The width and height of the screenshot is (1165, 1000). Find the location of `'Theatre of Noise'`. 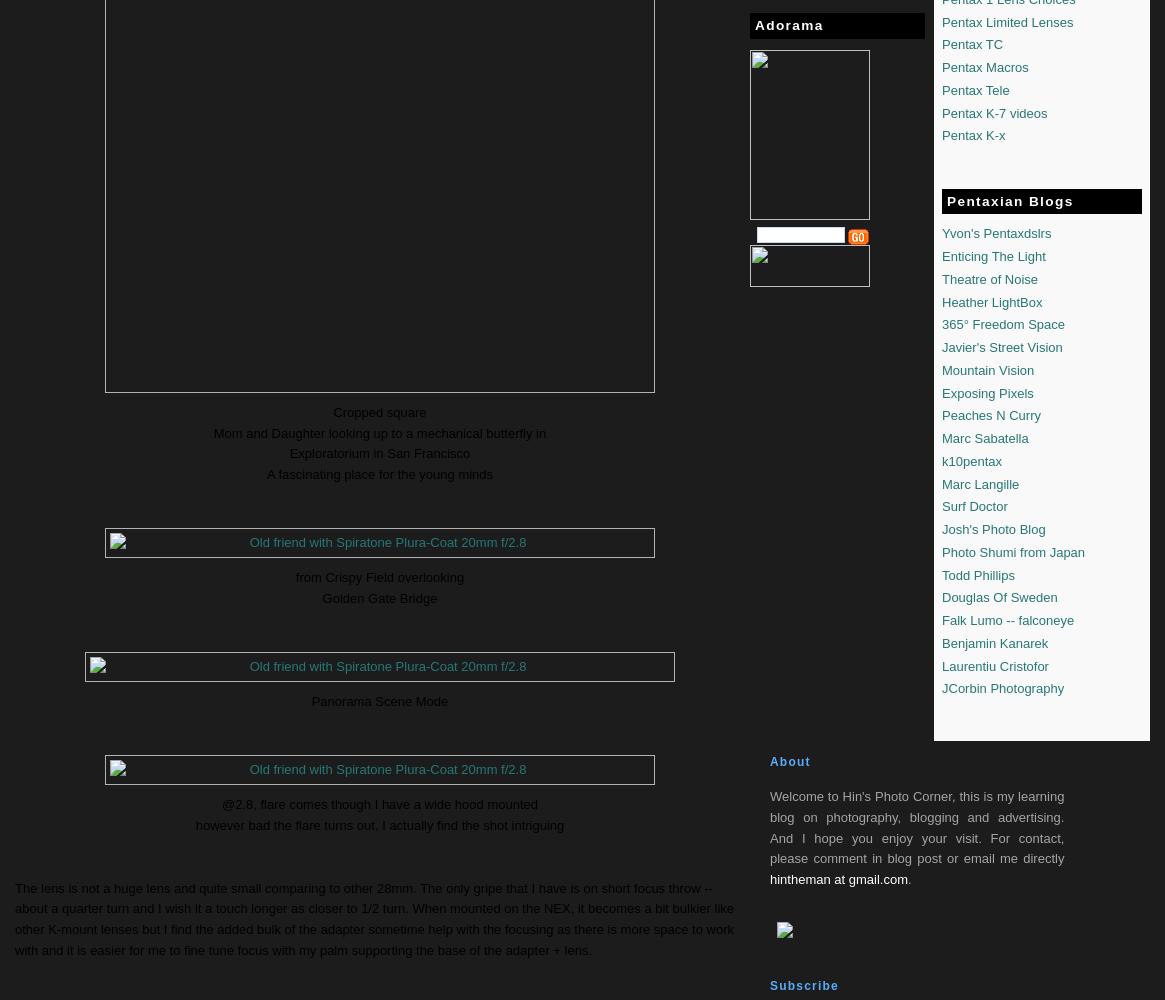

'Theatre of Noise' is located at coordinates (990, 278).